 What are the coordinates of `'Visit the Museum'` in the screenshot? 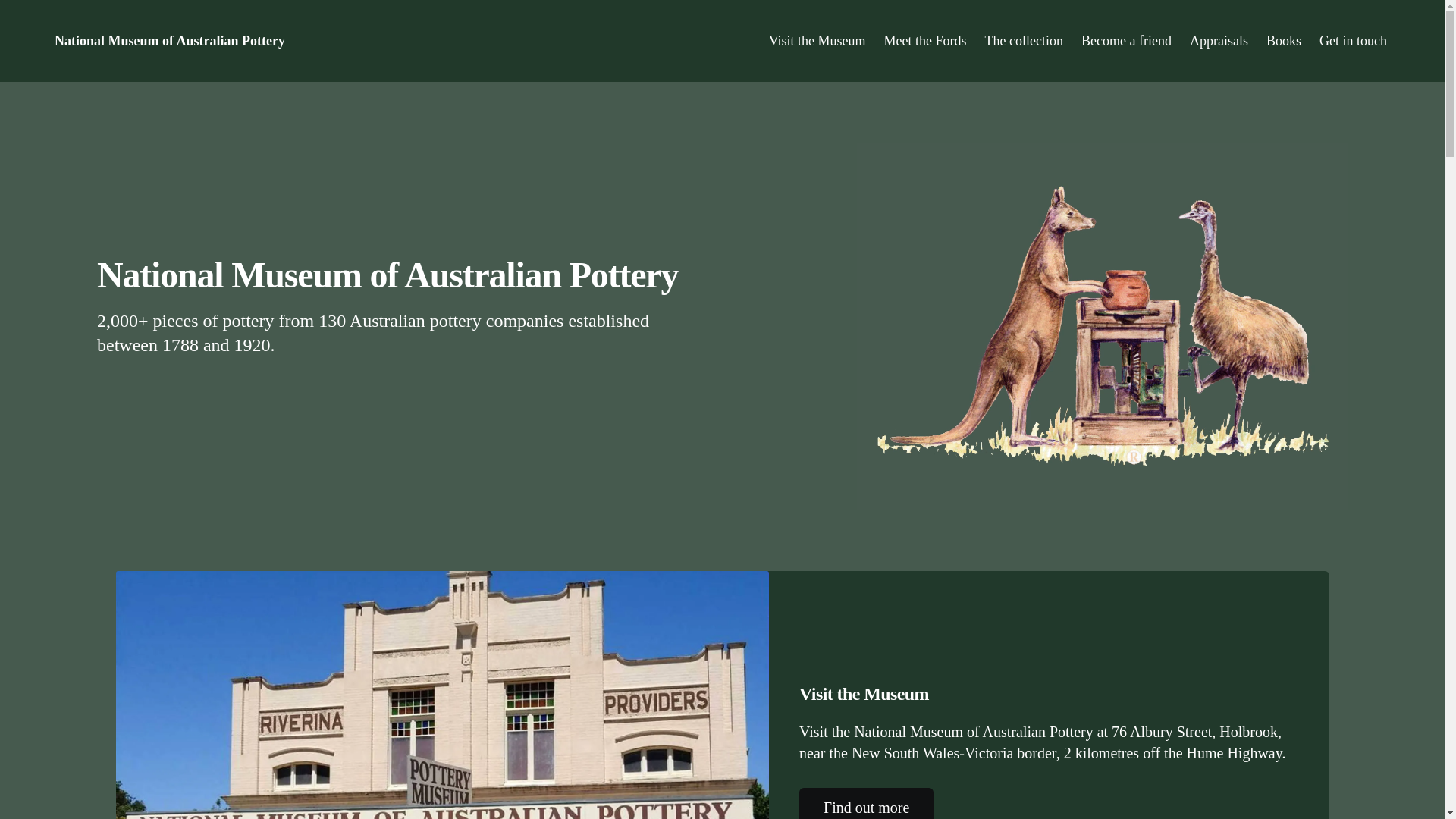 It's located at (817, 40).